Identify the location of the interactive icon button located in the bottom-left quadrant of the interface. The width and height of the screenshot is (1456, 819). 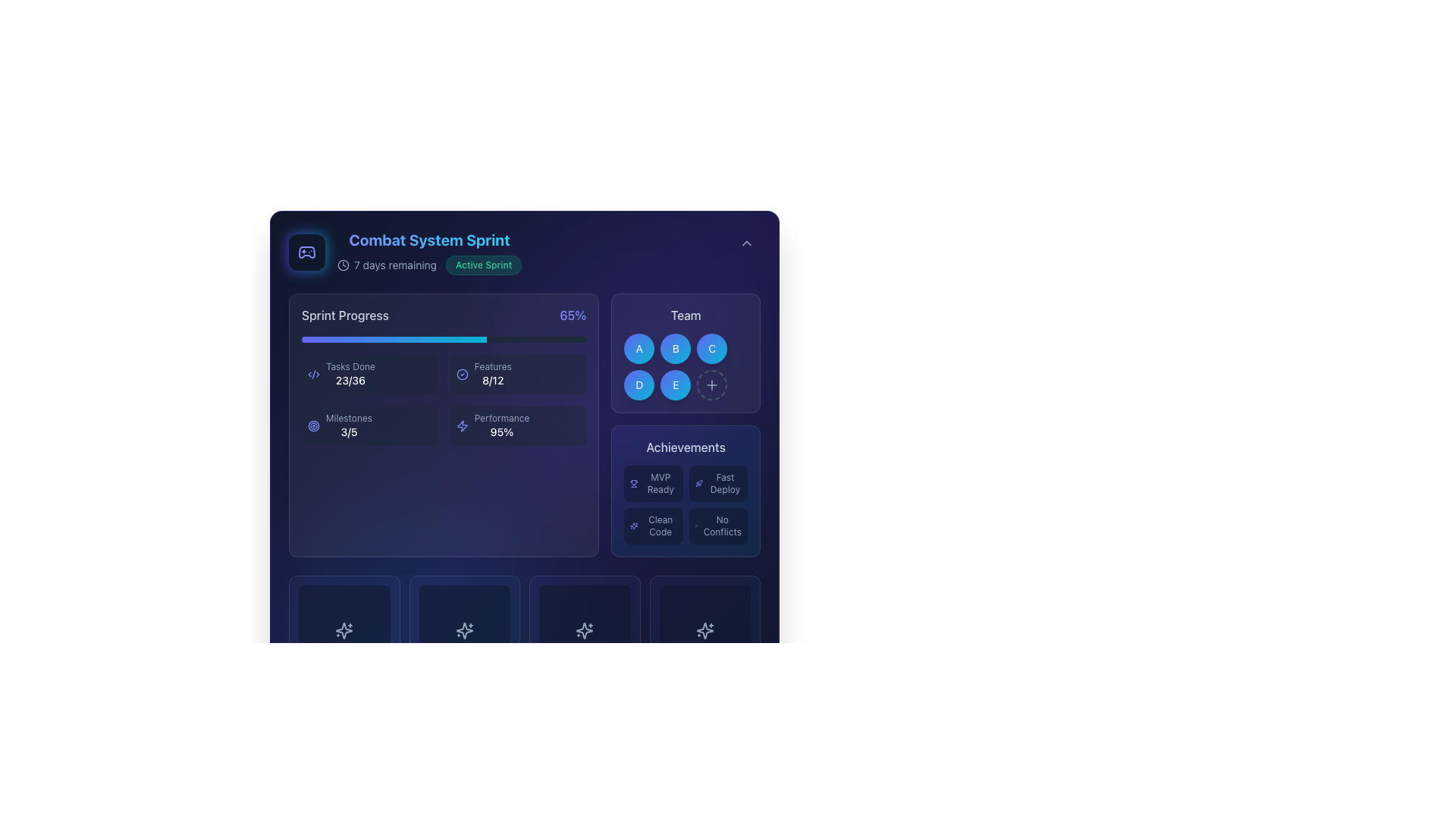
(344, 631).